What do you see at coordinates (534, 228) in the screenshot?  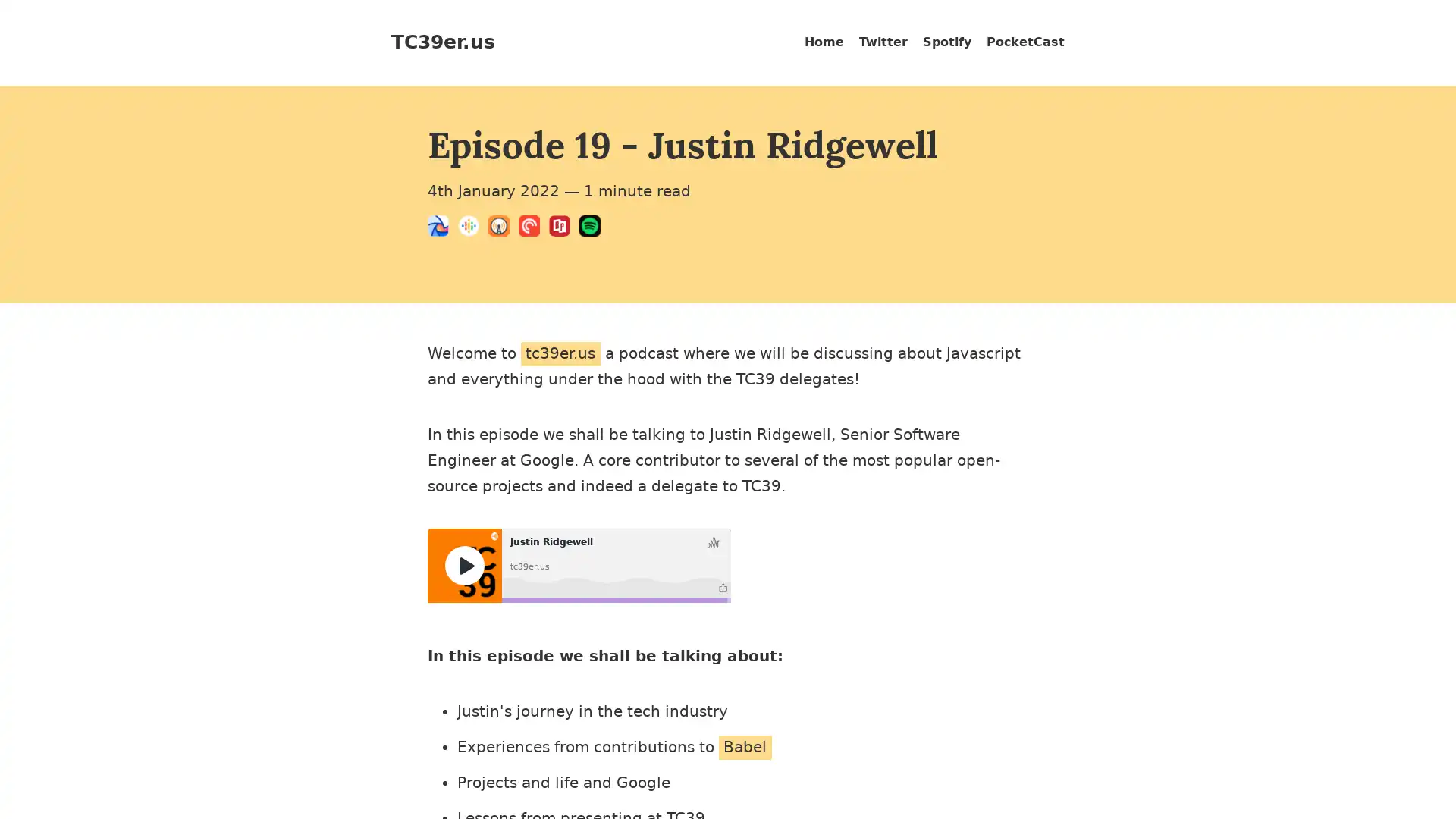 I see `Pocket Casts Logo` at bounding box center [534, 228].